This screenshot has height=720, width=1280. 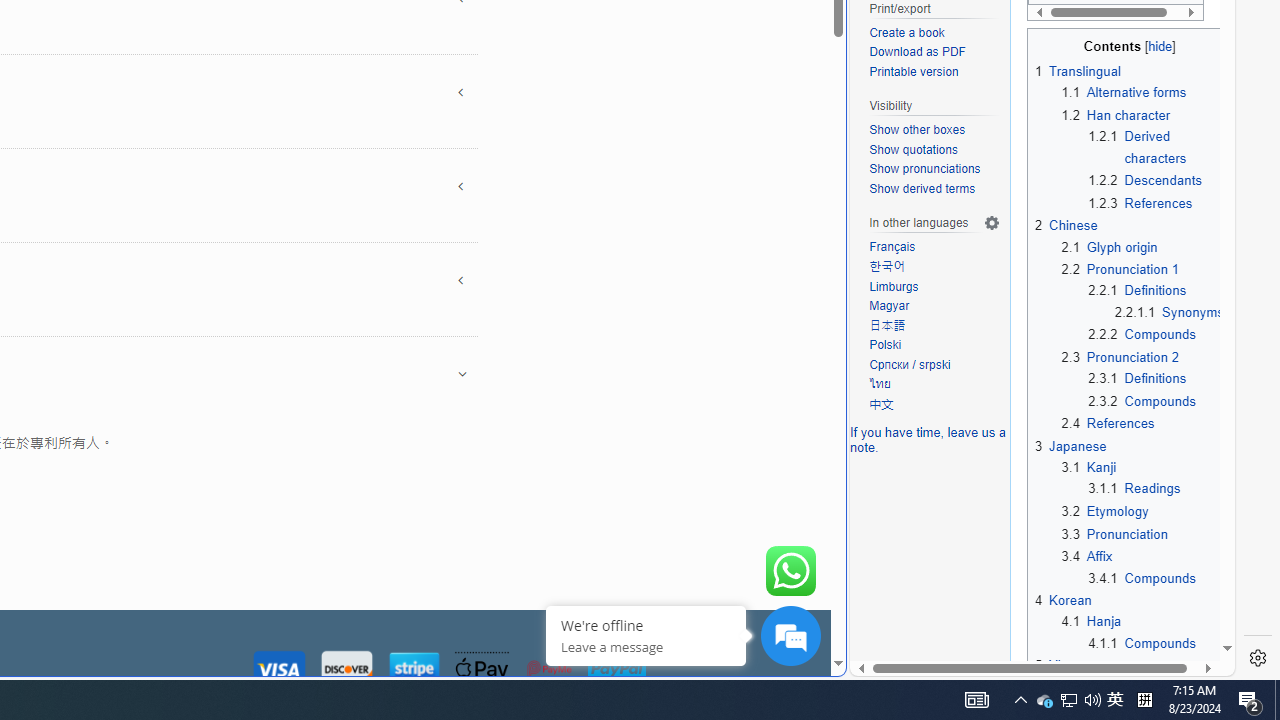 I want to click on '1.2.2Descendants', so click(x=1156, y=181).